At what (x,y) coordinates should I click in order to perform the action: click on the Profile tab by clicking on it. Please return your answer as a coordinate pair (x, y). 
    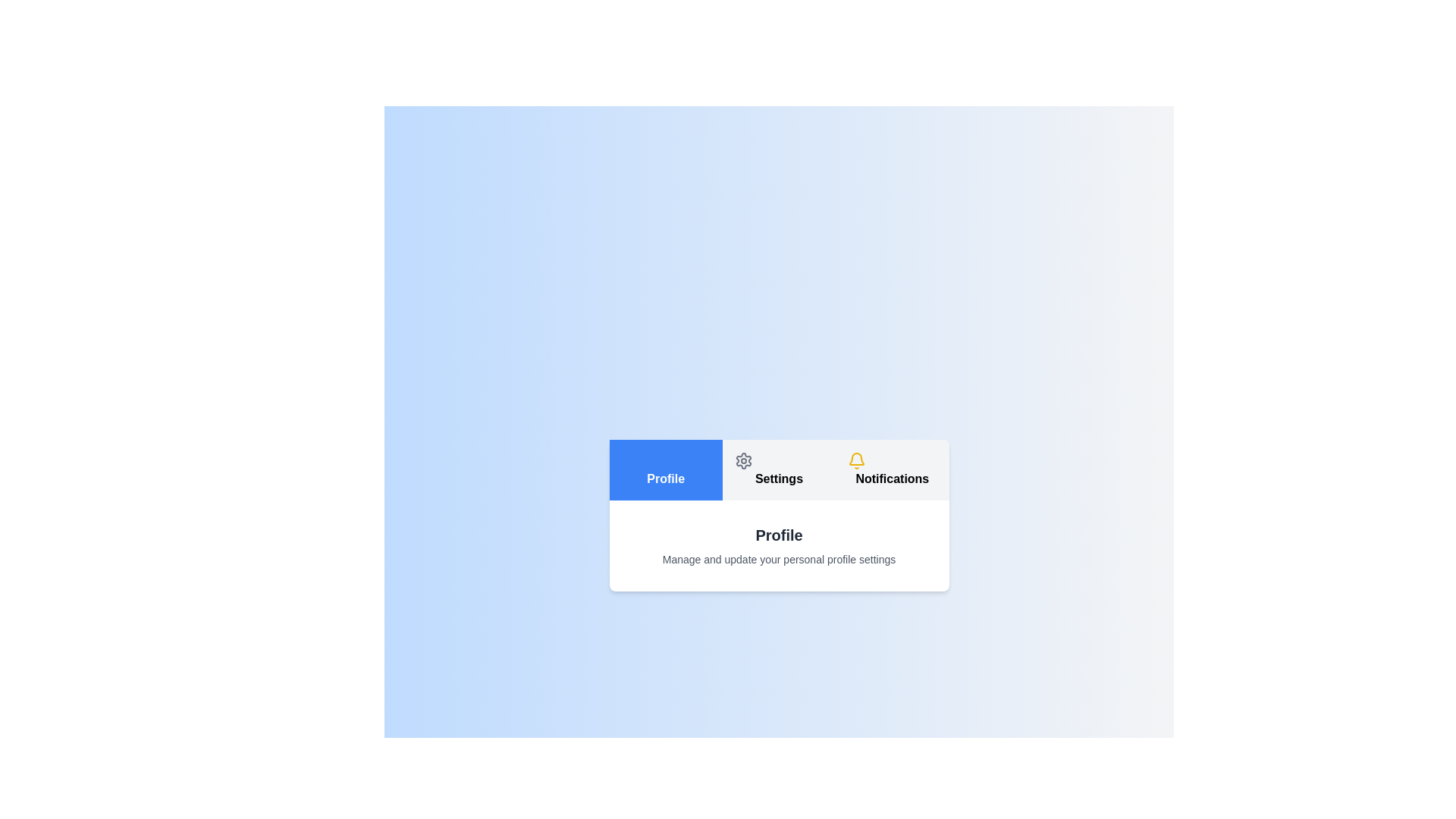
    Looking at the image, I should click on (666, 469).